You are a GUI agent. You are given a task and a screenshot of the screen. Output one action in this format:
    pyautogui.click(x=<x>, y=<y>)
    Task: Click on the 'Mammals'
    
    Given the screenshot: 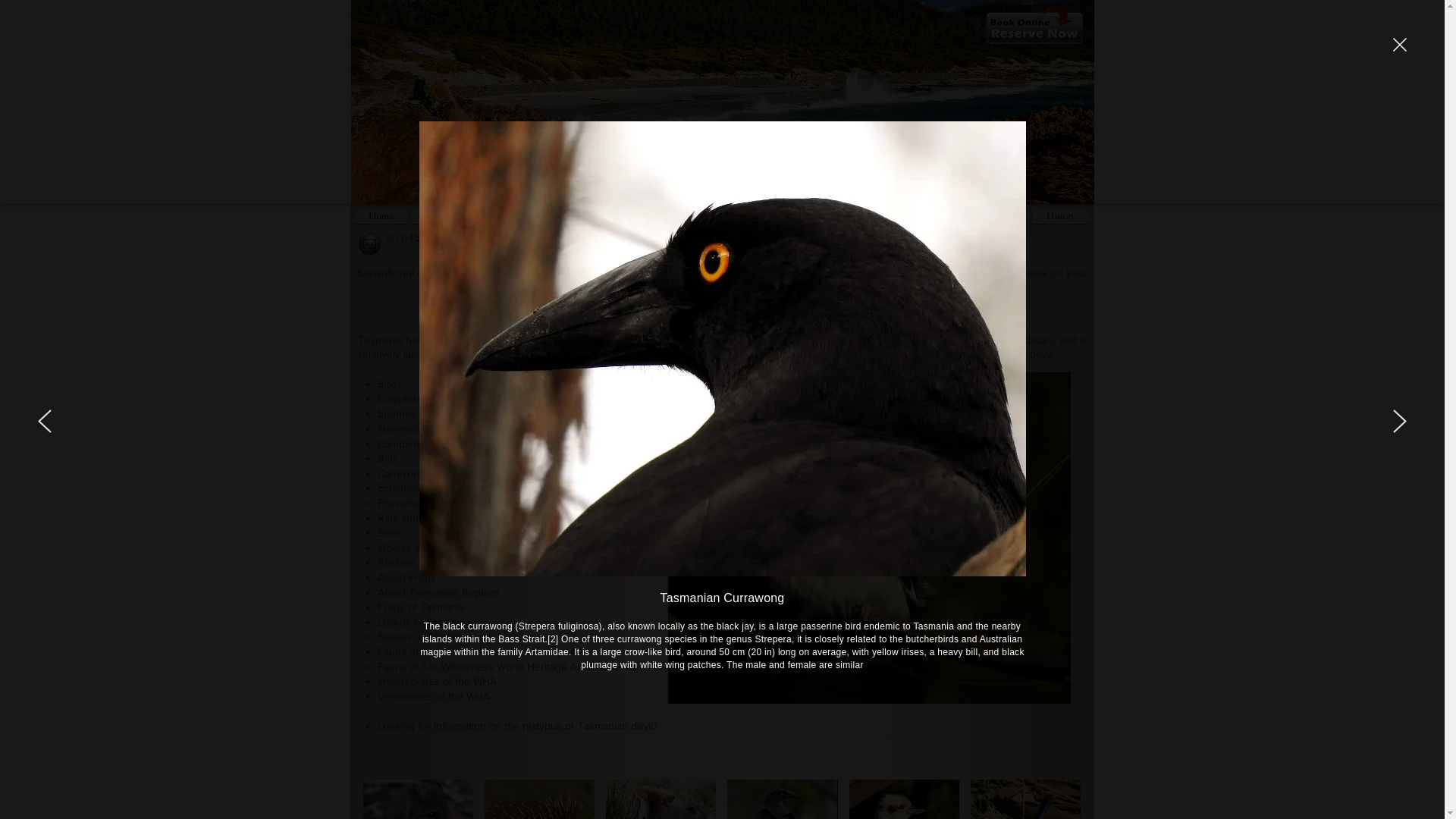 What is the action you would take?
    pyautogui.click(x=378, y=428)
    